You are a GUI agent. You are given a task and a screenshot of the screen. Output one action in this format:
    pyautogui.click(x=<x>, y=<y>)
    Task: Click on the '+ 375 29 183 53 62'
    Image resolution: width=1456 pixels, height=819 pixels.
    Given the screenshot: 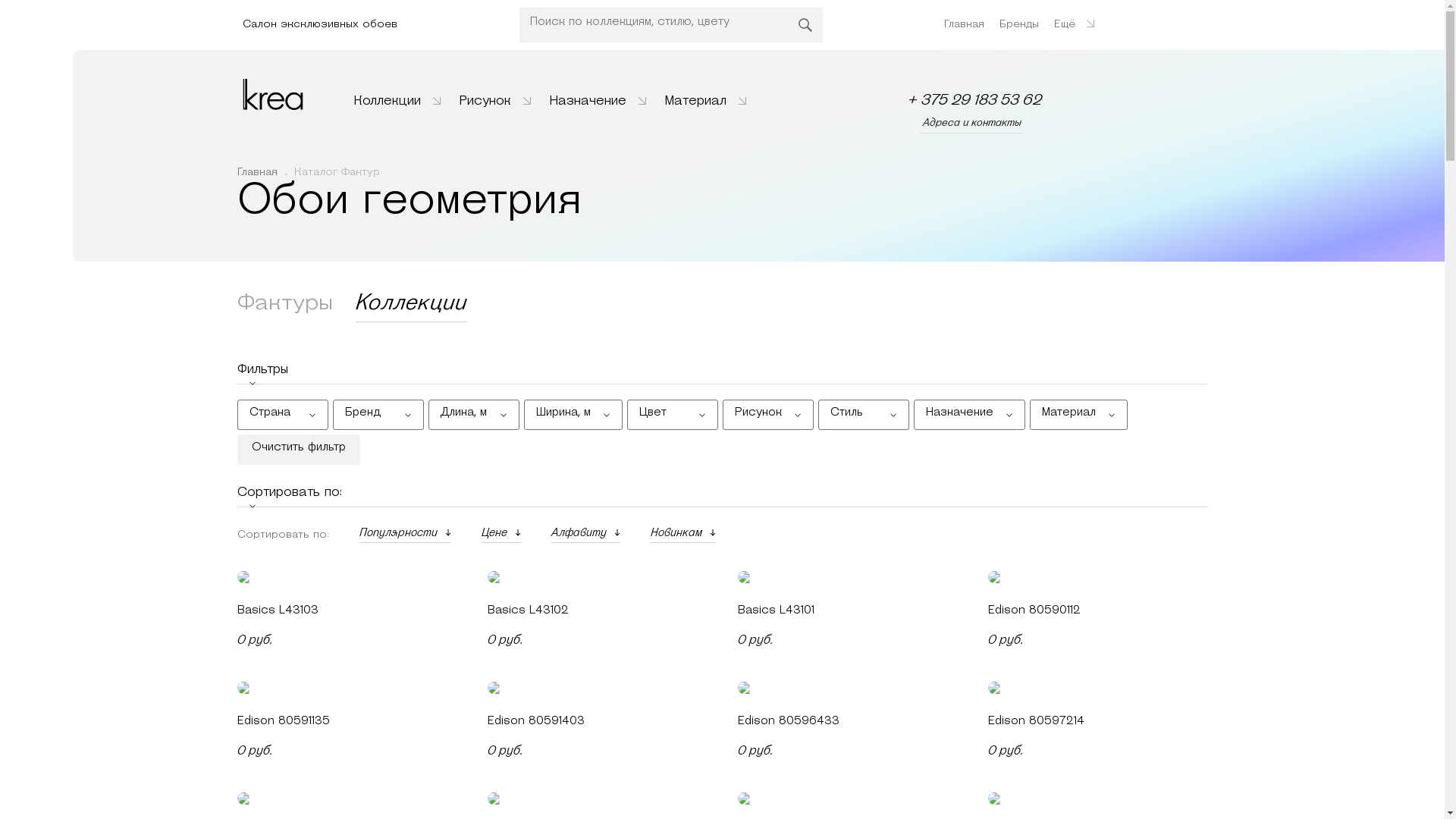 What is the action you would take?
    pyautogui.click(x=907, y=100)
    